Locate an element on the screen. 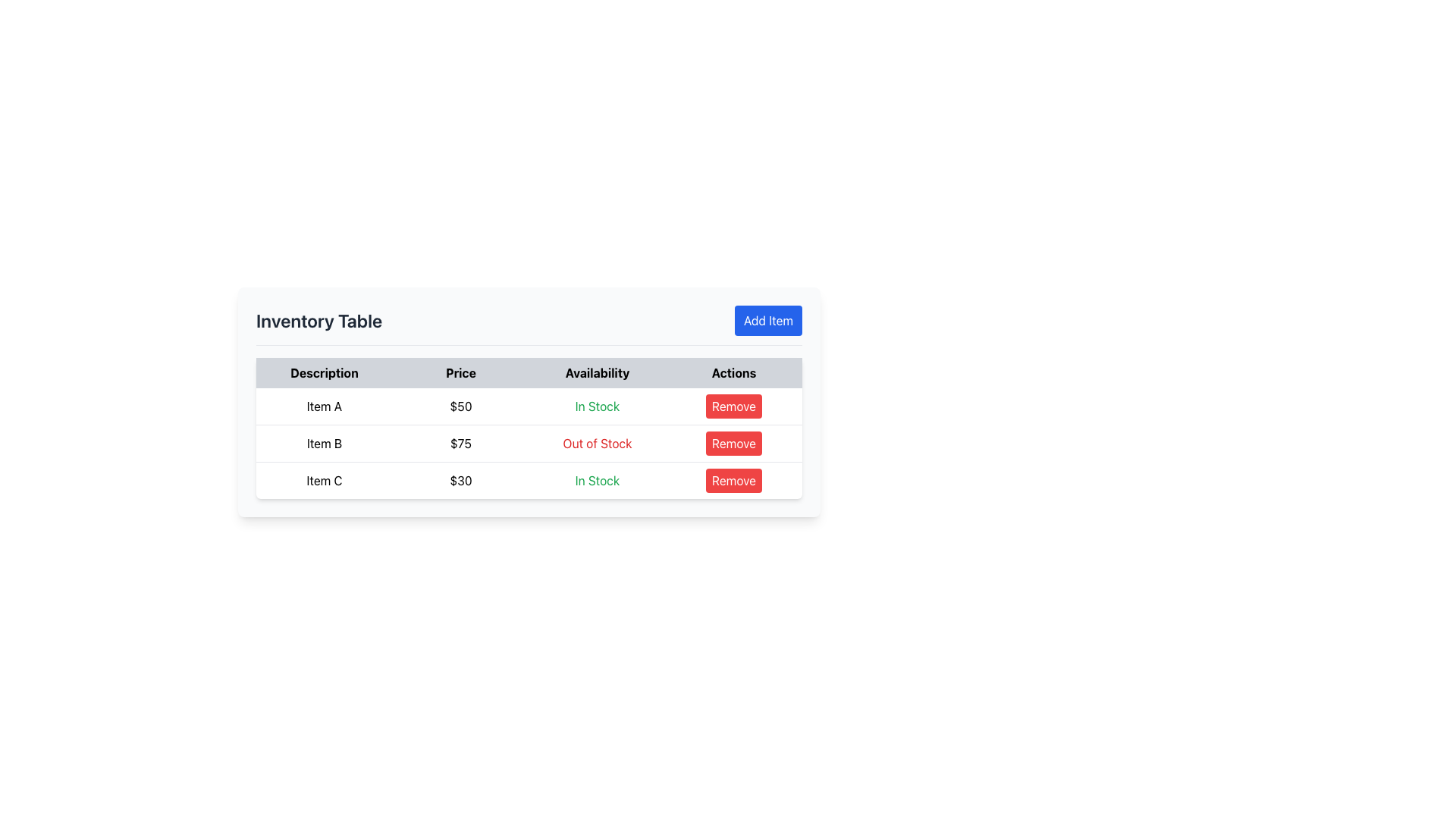  the text label displaying 'Item A' located in the first row of the table under the 'Description' column is located at coordinates (323, 406).